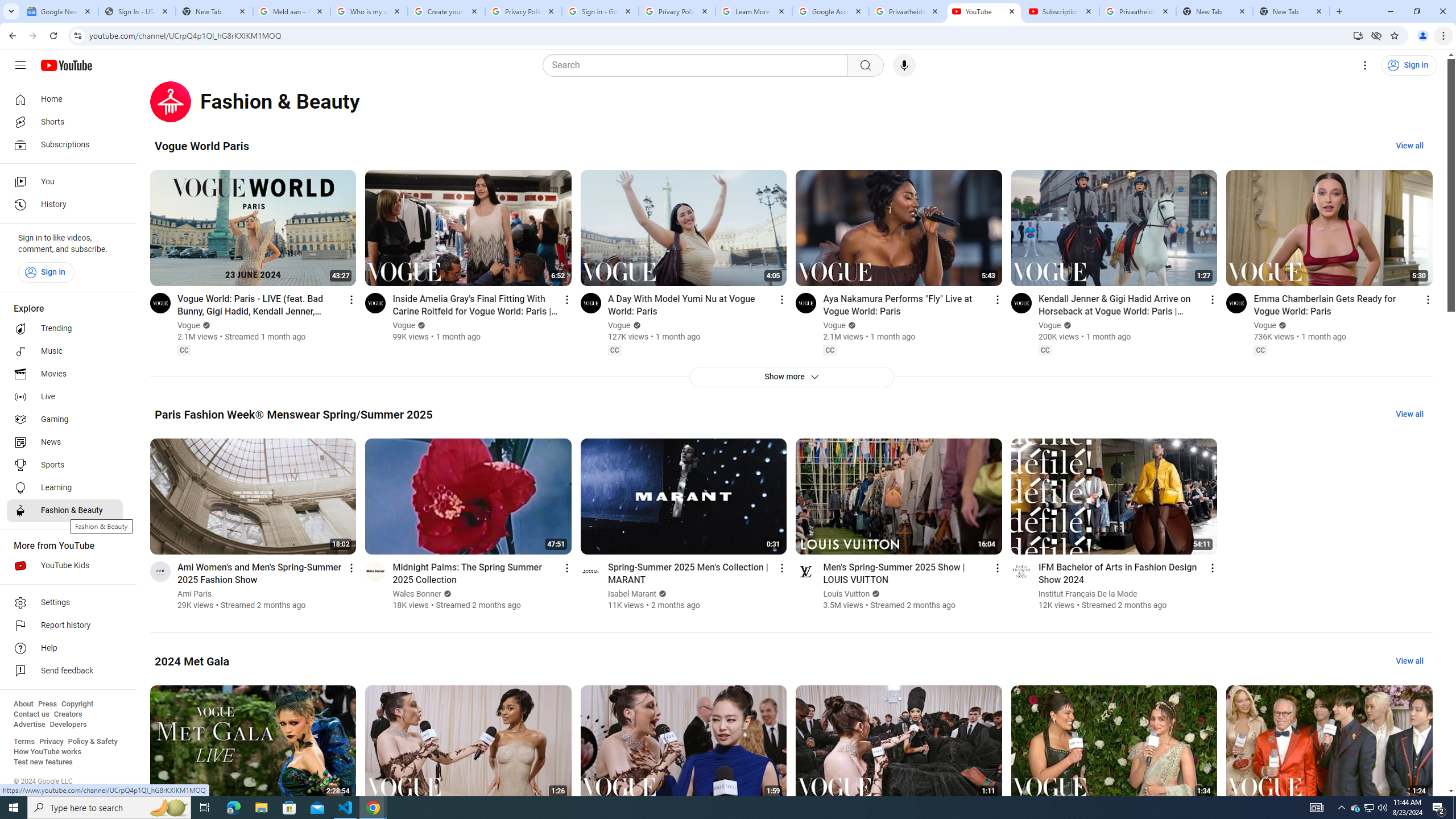 Image resolution: width=1456 pixels, height=819 pixels. I want to click on '2024 Met Gala', so click(192, 660).